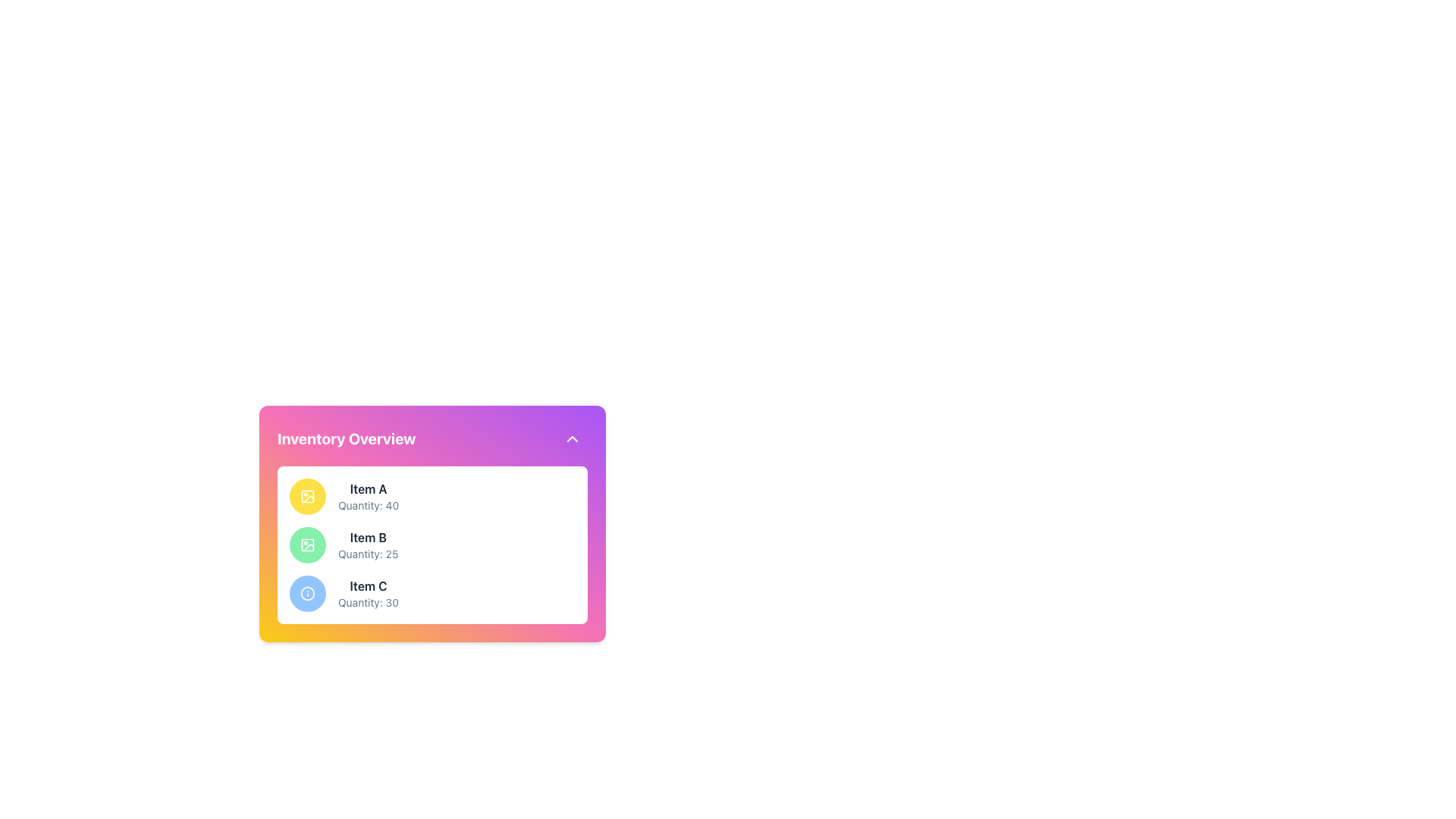 Image resolution: width=1456 pixels, height=819 pixels. What do you see at coordinates (368, 544) in the screenshot?
I see `the second item in the inventory display, which provides the name and quantity of an item, positioned below 'Item A' and above 'Item C'` at bounding box center [368, 544].